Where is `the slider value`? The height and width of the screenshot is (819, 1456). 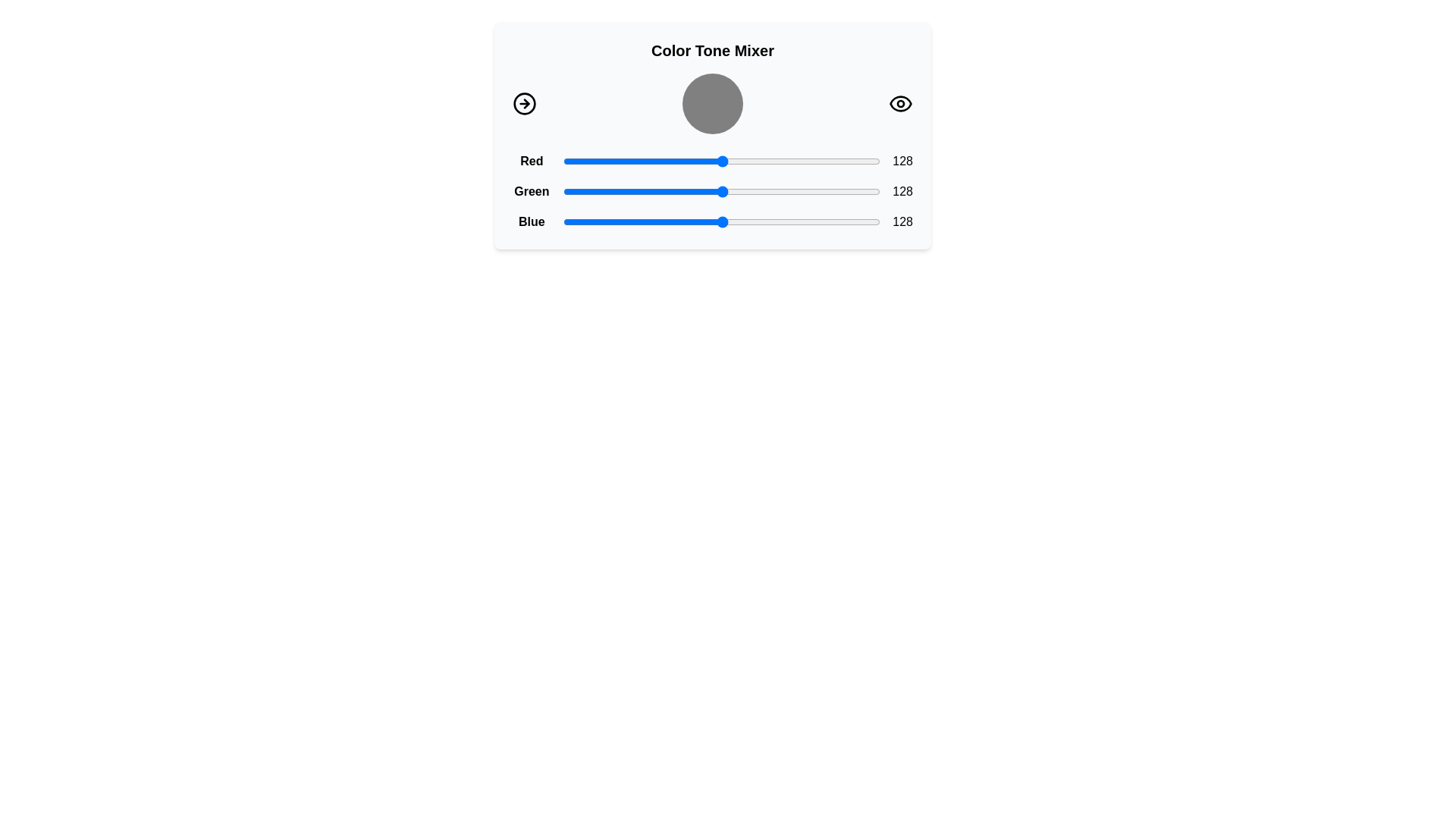
the slider value is located at coordinates (814, 222).